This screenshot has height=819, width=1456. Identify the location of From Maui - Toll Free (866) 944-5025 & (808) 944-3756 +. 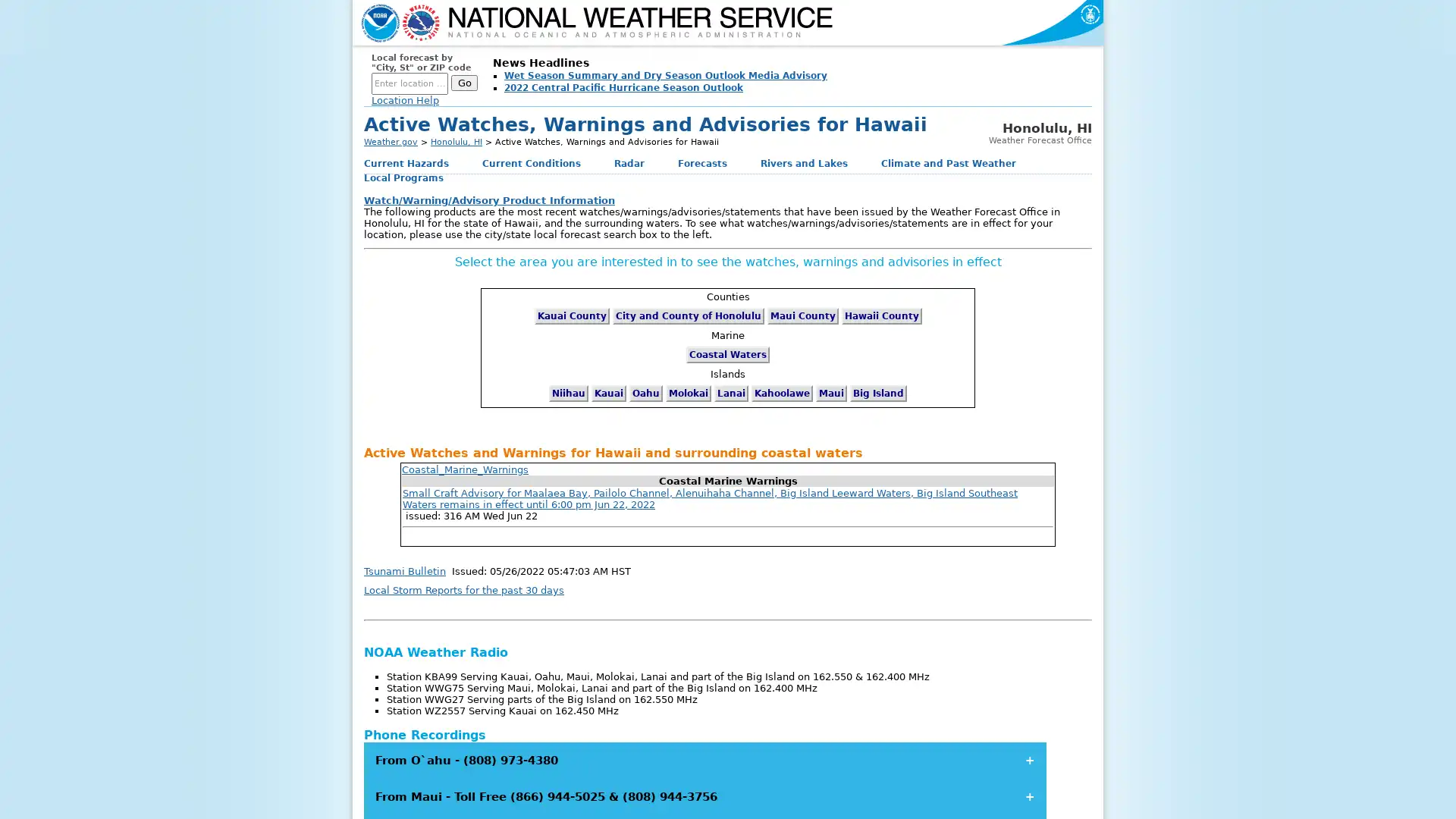
(704, 795).